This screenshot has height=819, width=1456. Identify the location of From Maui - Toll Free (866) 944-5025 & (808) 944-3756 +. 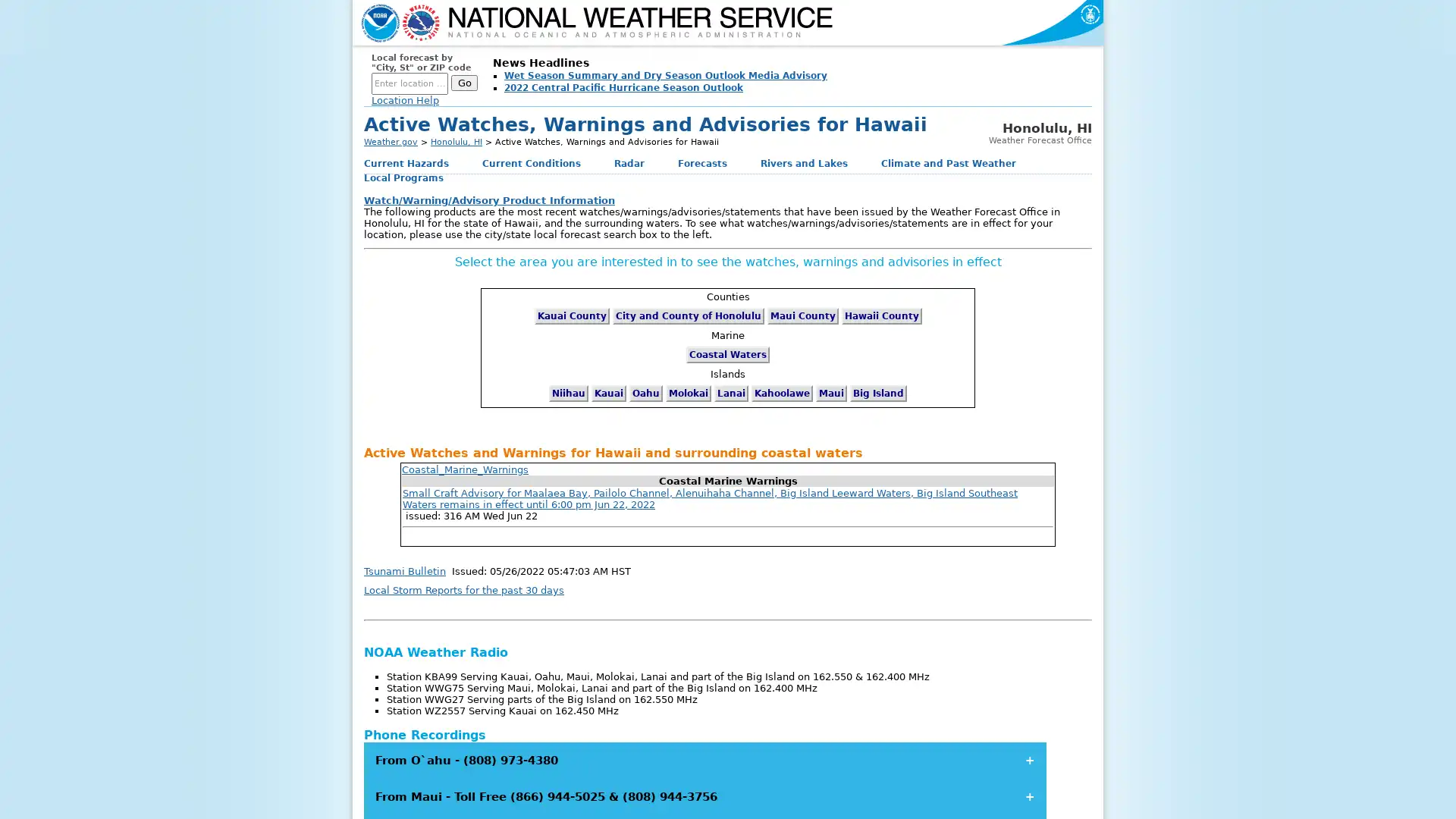
(704, 795).